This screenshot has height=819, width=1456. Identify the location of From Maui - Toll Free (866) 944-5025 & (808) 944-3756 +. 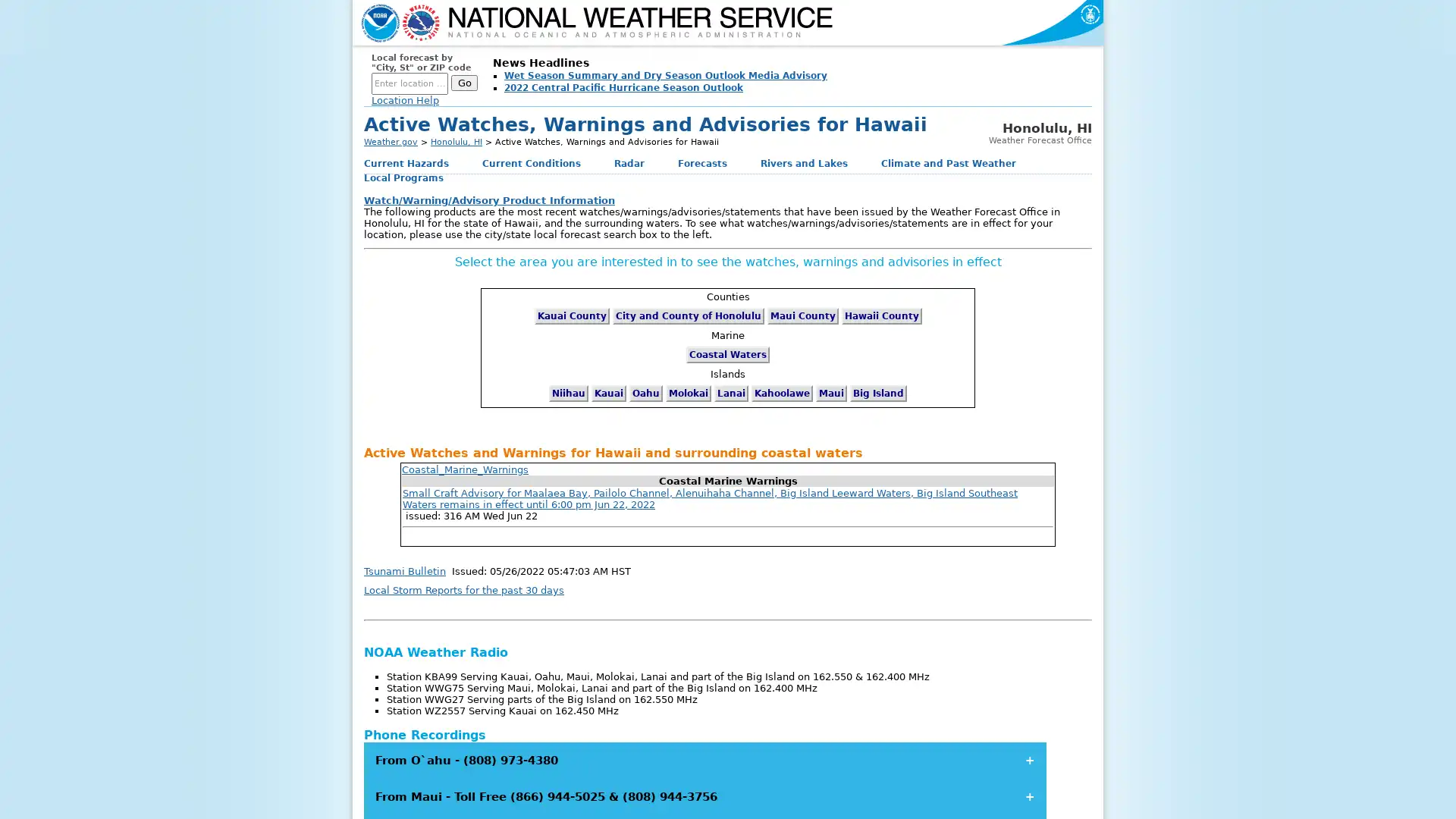
(704, 795).